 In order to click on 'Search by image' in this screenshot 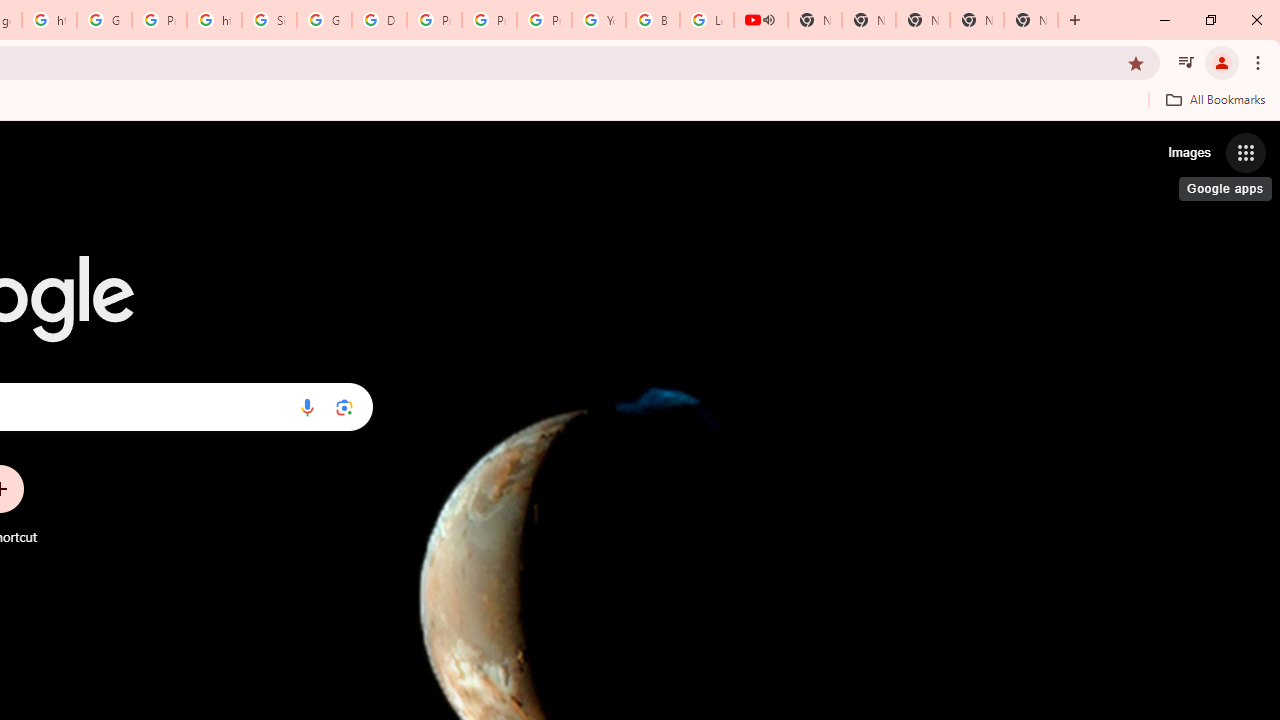, I will do `click(344, 406)`.